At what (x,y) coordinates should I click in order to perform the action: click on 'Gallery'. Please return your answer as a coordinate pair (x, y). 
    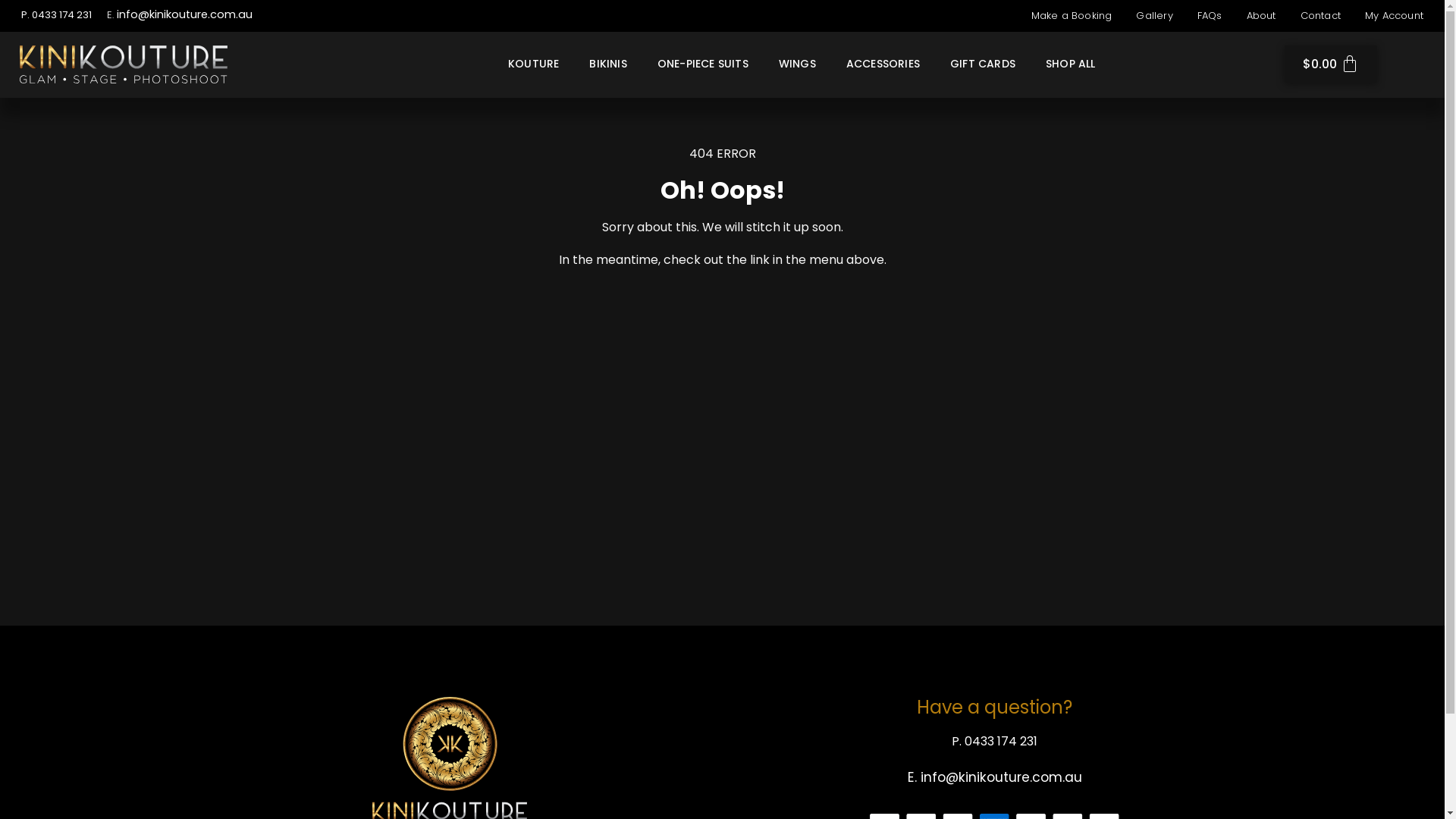
    Looking at the image, I should click on (1127, 15).